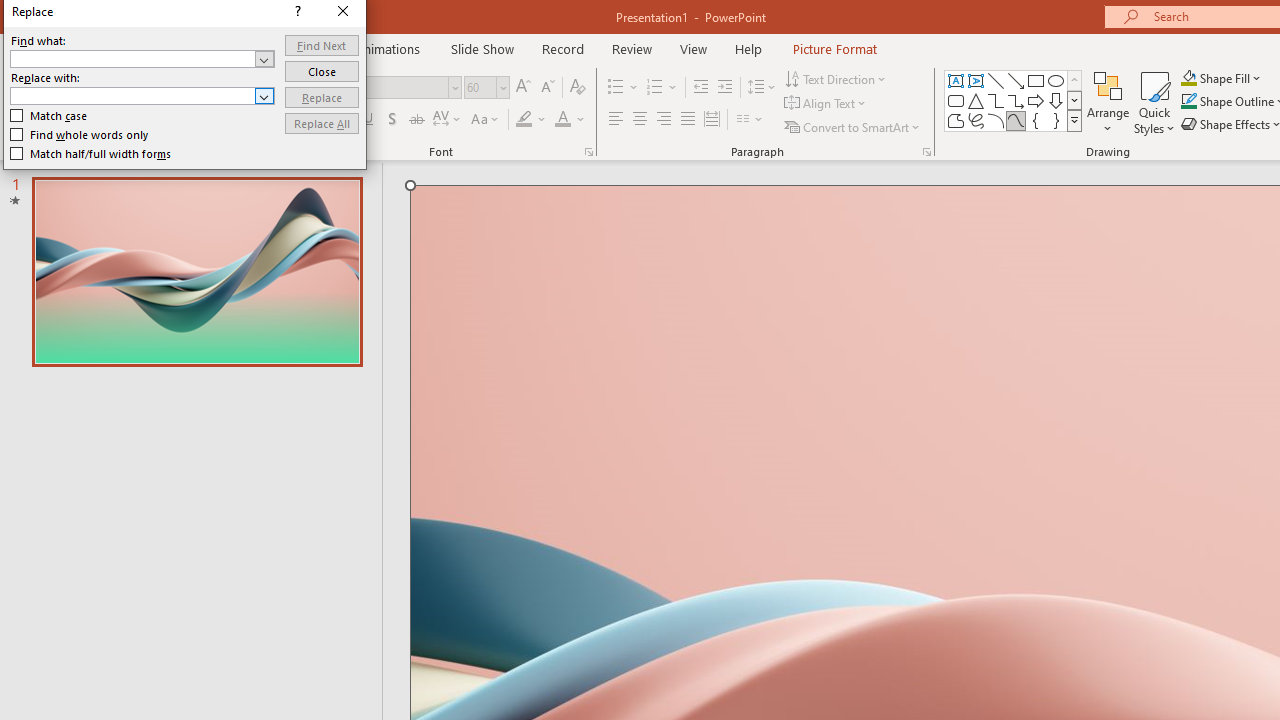 This screenshot has height=720, width=1280. I want to click on 'Find what', so click(132, 58).